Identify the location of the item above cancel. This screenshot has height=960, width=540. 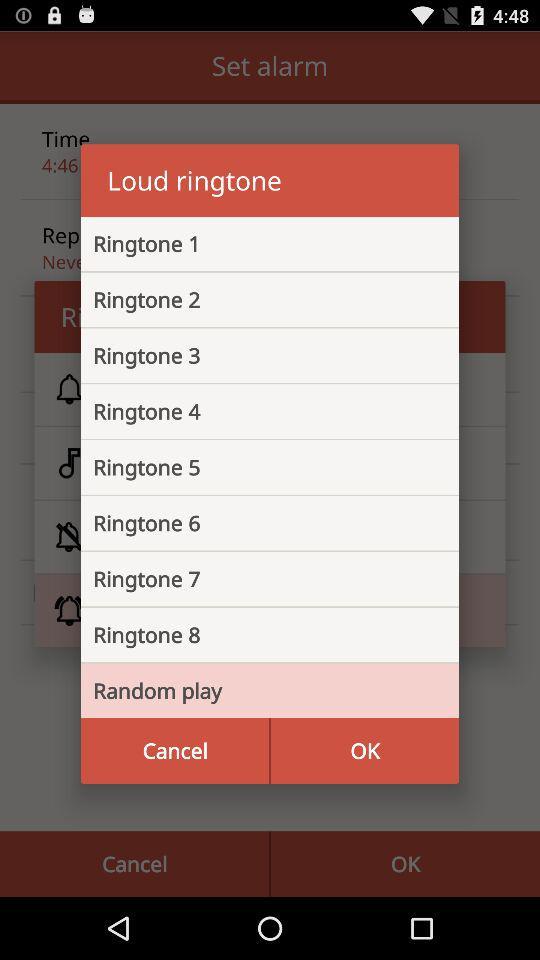
(254, 690).